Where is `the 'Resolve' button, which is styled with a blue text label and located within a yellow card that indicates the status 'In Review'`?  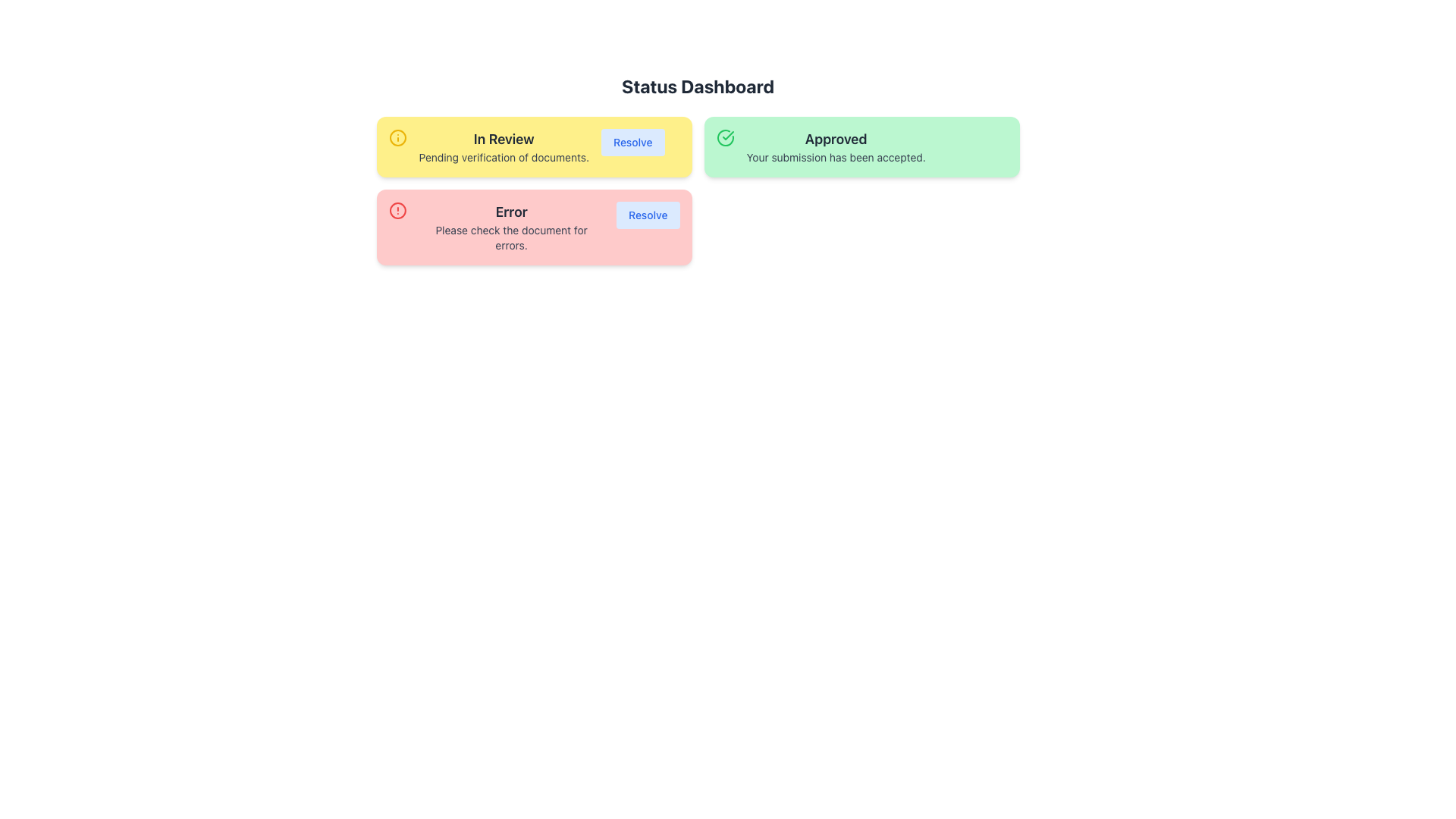 the 'Resolve' button, which is styled with a blue text label and located within a yellow card that indicates the status 'In Review' is located at coordinates (632, 143).